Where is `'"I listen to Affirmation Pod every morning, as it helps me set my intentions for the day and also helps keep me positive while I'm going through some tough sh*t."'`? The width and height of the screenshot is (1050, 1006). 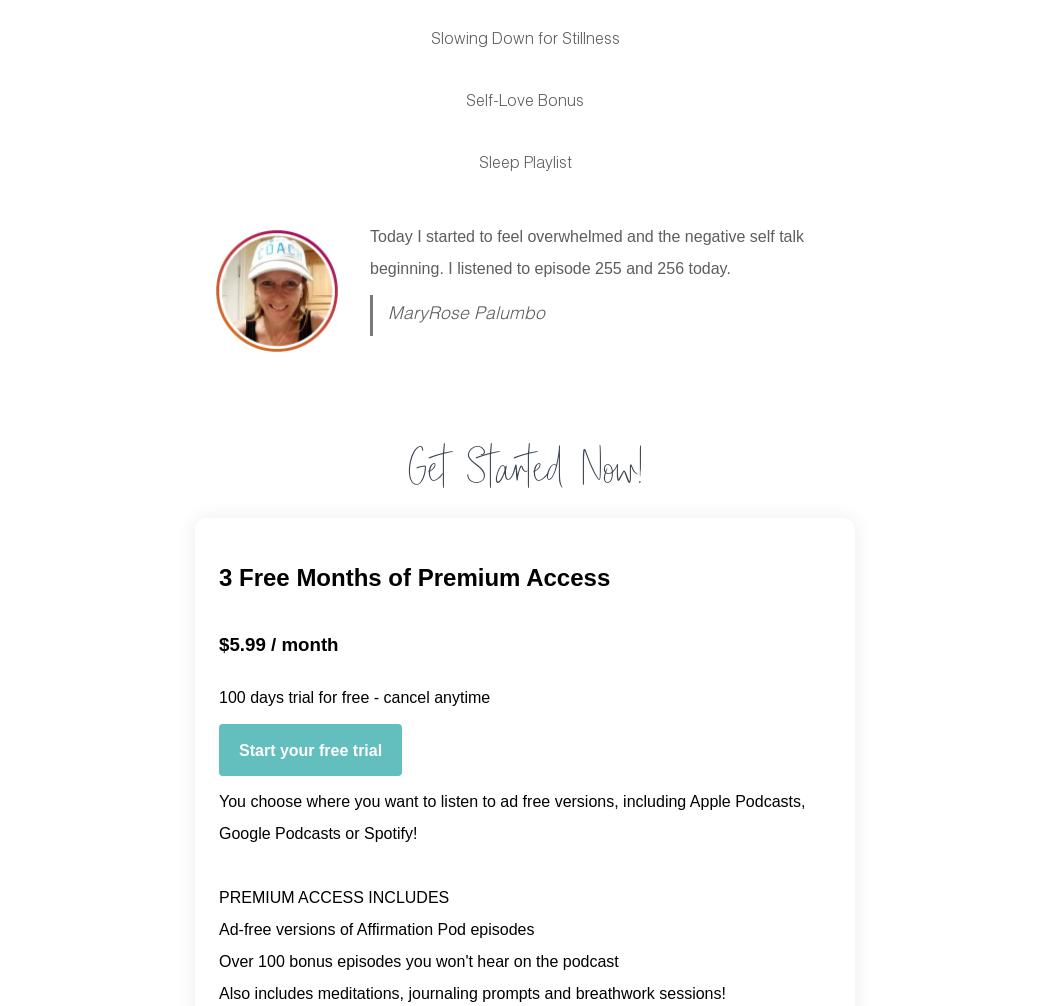 '"I listen to Affirmation Pod every morning, as it helps me set my intentions for the day and also helps keep me positive while I'm going through some tough sh*t."' is located at coordinates (592, 266).